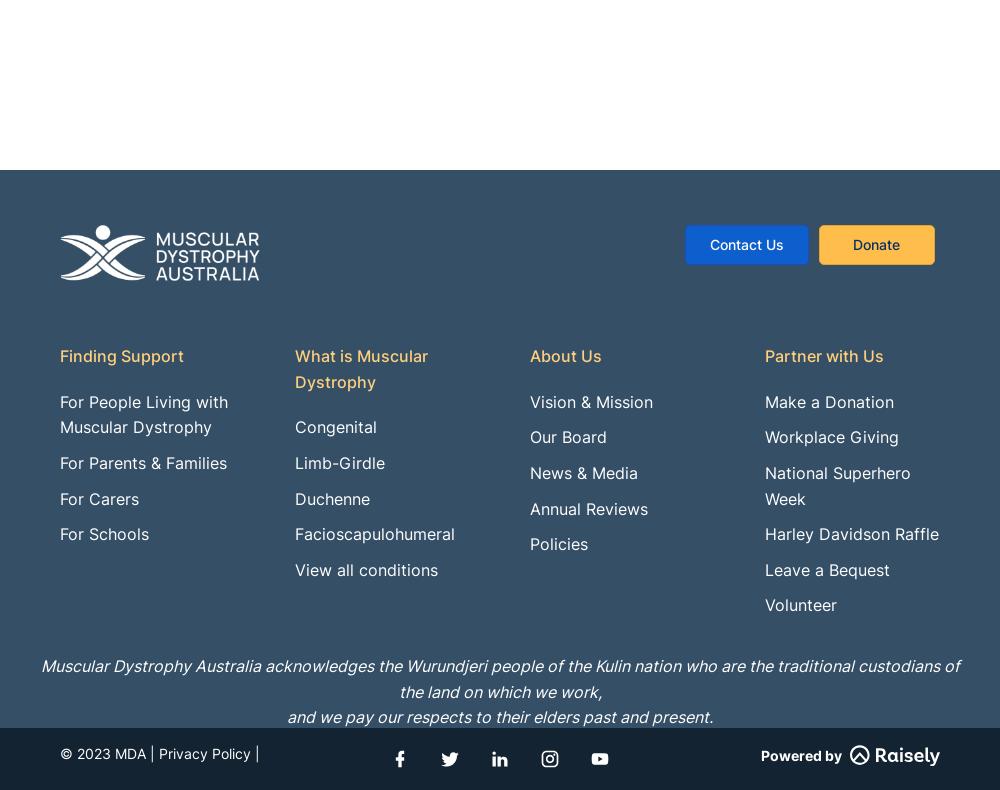 The height and width of the screenshot is (790, 1000). I want to click on 'Harley Davidson Raffle', so click(851, 532).